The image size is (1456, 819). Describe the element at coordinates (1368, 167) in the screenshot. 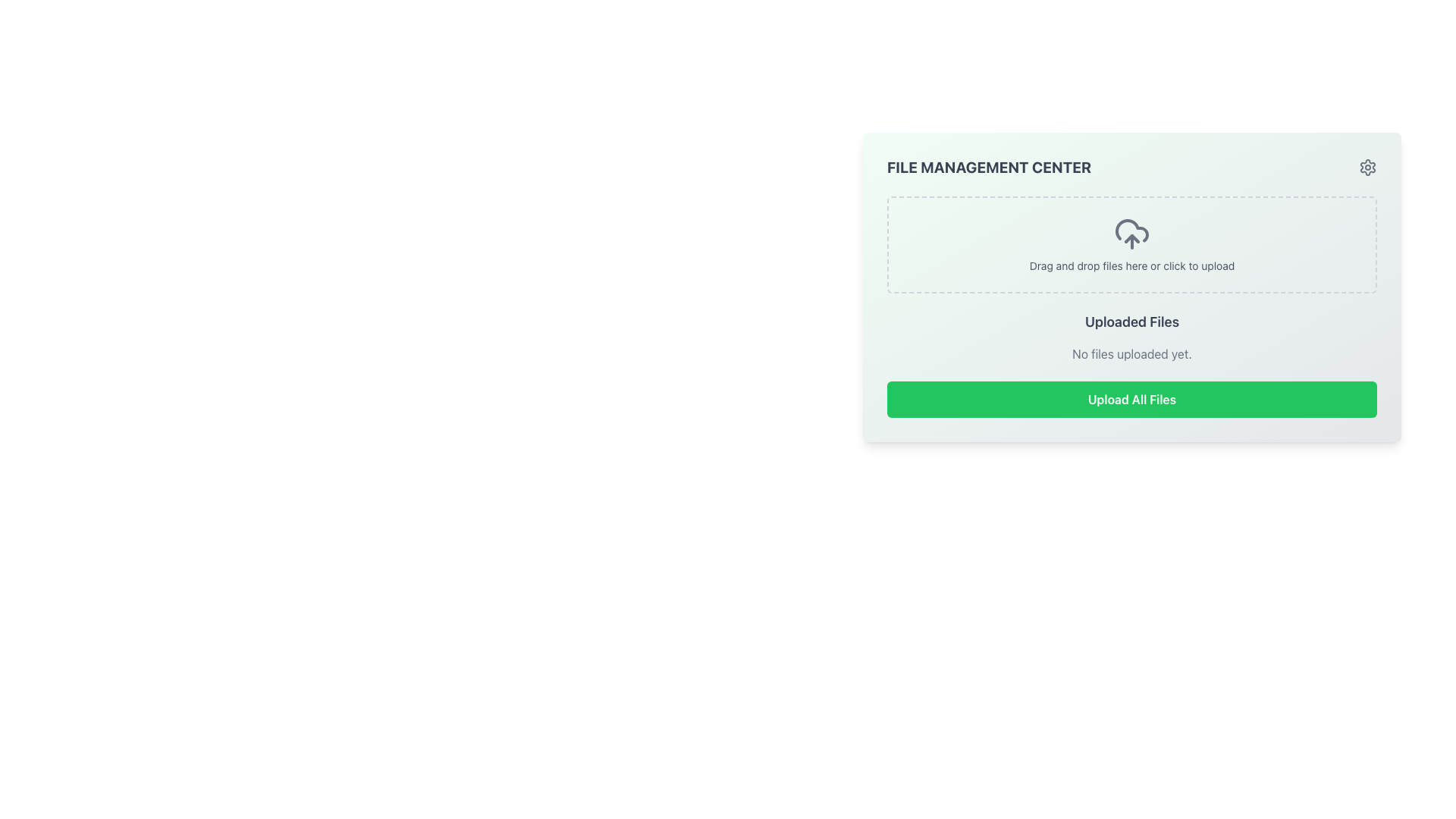

I see `the gear icon located at the far right of the header section in the 'File Management Center'` at that location.